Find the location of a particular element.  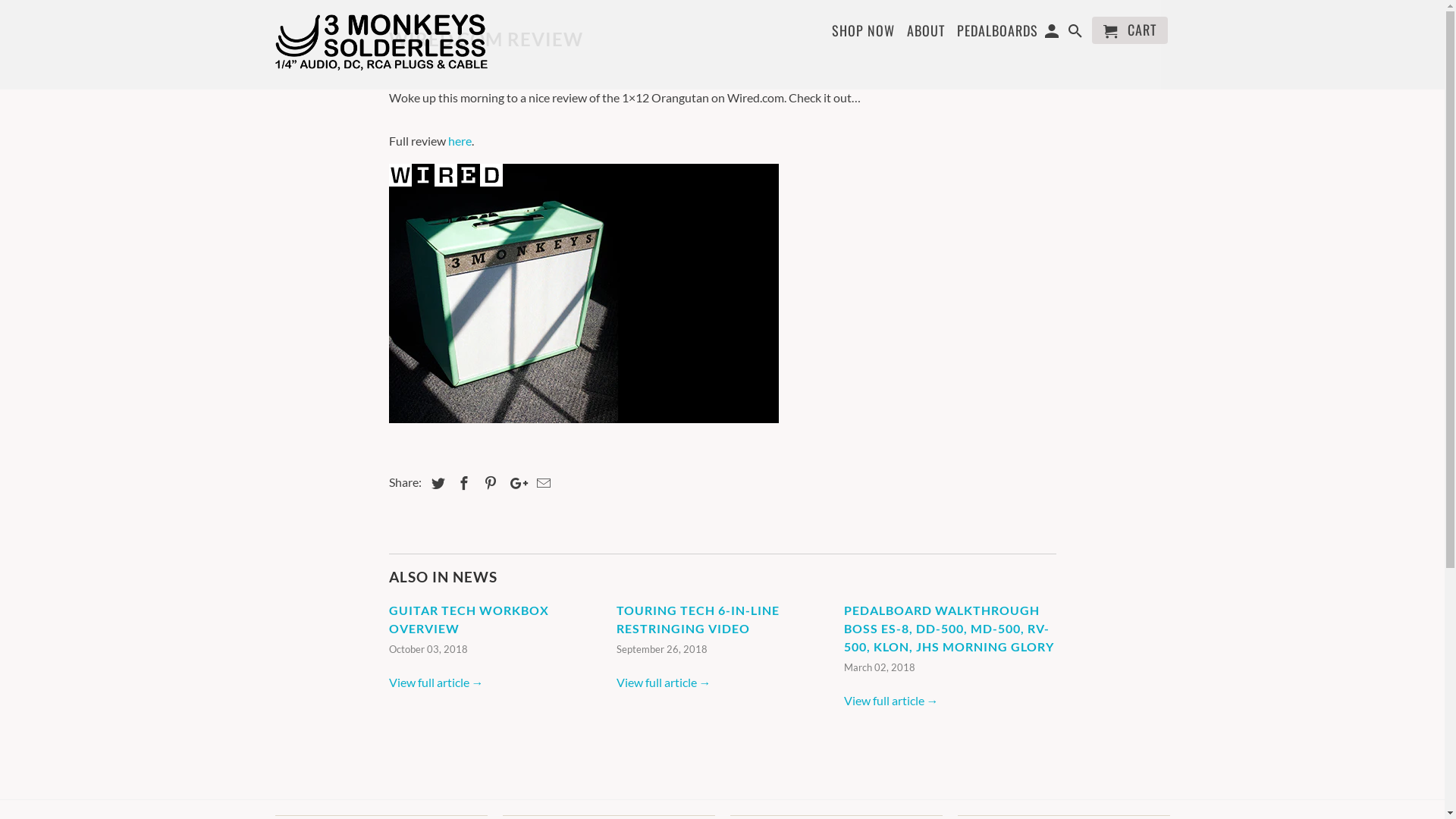

'ABOUT' is located at coordinates (924, 29).